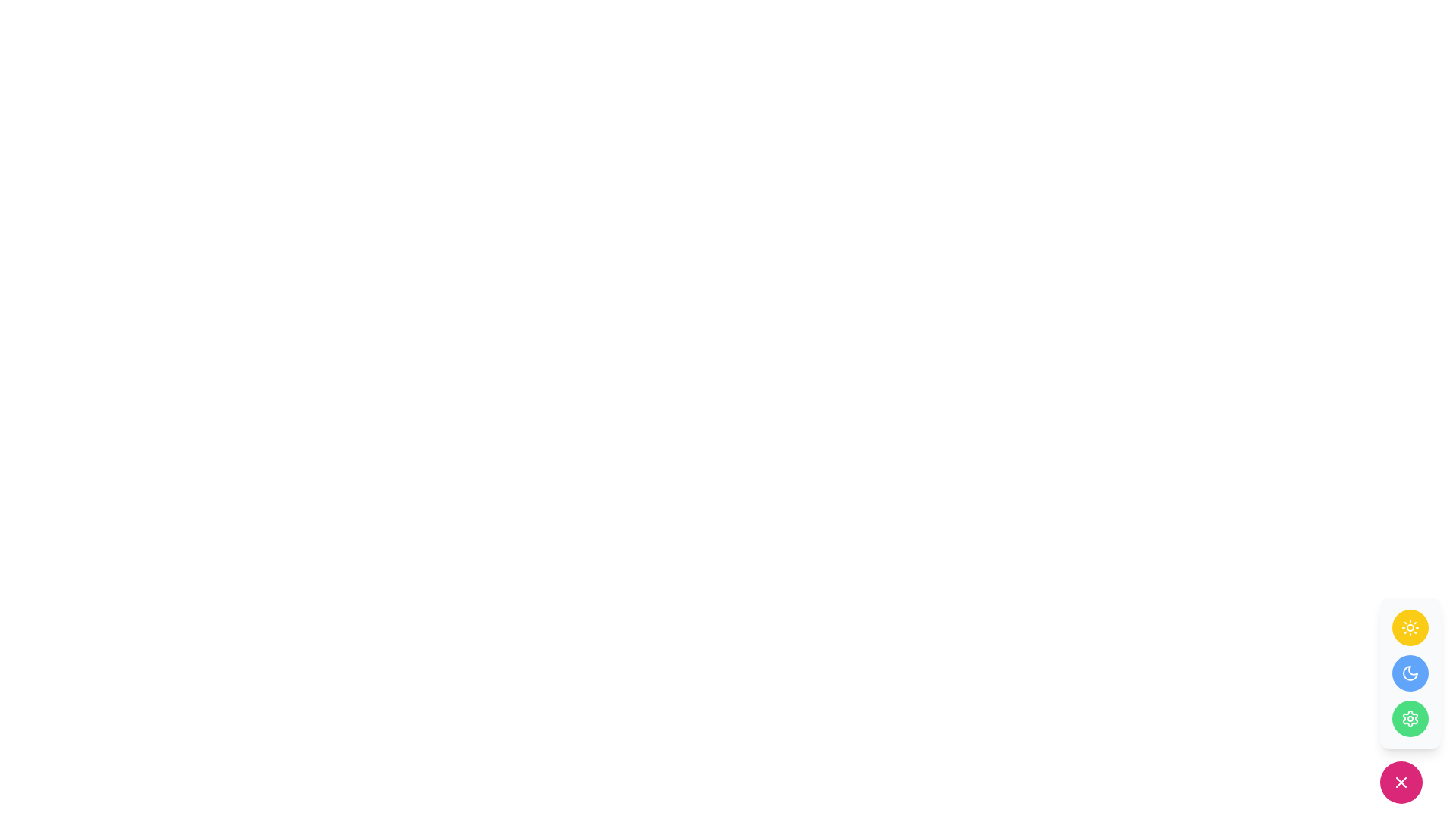  What do you see at coordinates (1410, 672) in the screenshot?
I see `the nighttime mode toggle button with a crescent moon icon` at bounding box center [1410, 672].